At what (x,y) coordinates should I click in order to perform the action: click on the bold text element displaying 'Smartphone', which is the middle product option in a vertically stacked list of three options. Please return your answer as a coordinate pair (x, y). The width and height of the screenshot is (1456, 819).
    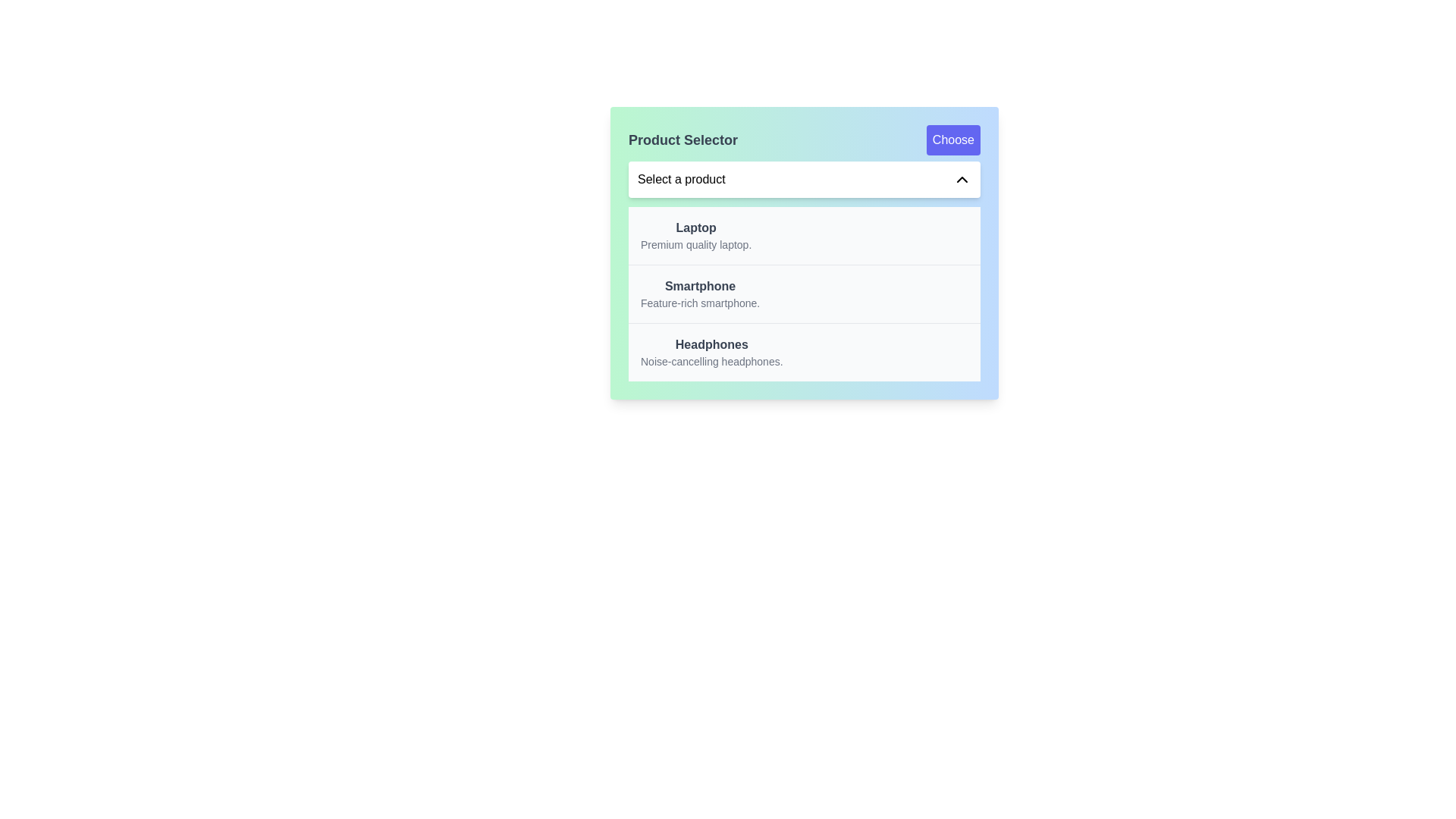
    Looking at the image, I should click on (699, 287).